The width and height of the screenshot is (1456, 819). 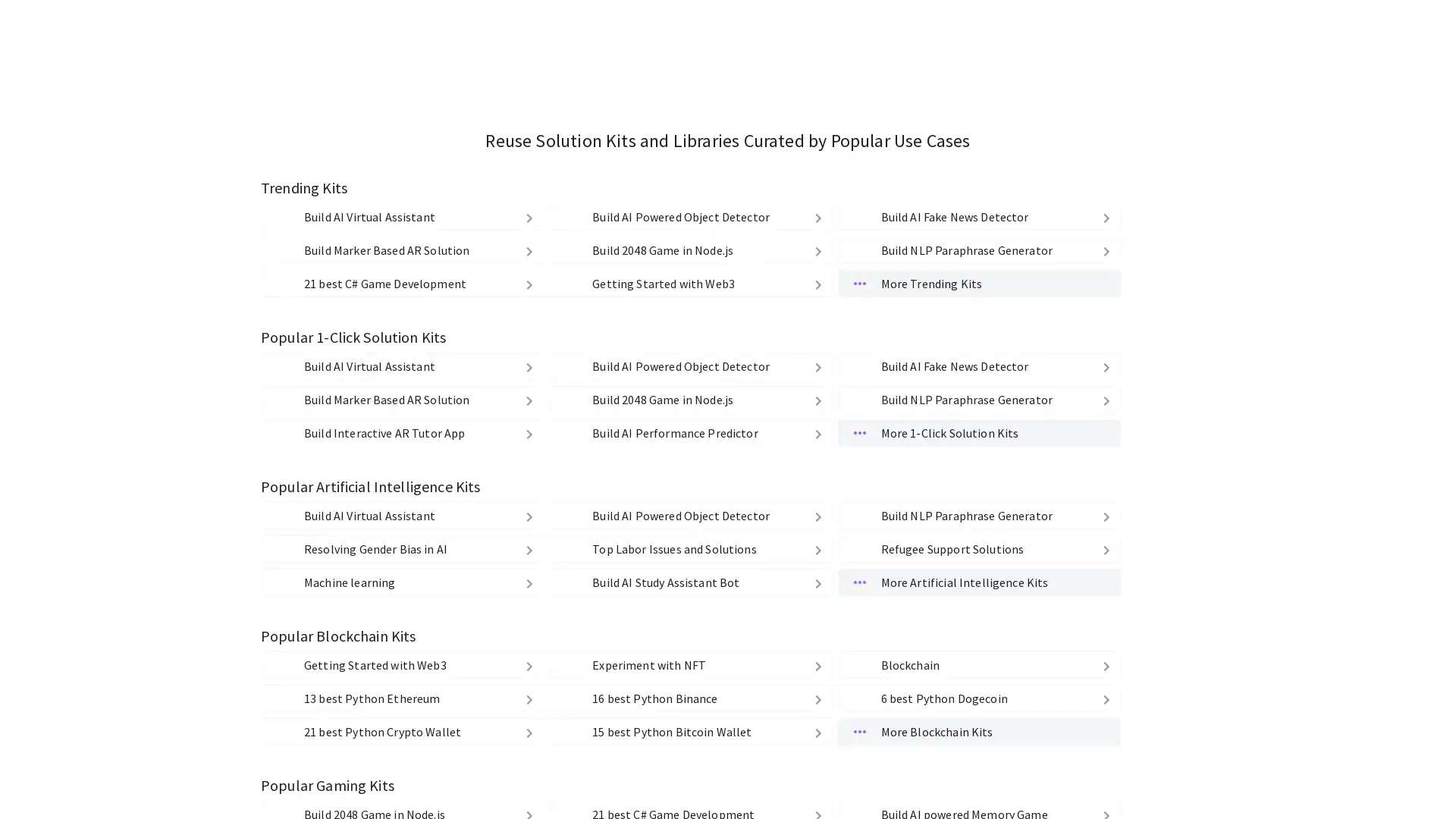 I want to click on delete, so click(x=1106, y=632).